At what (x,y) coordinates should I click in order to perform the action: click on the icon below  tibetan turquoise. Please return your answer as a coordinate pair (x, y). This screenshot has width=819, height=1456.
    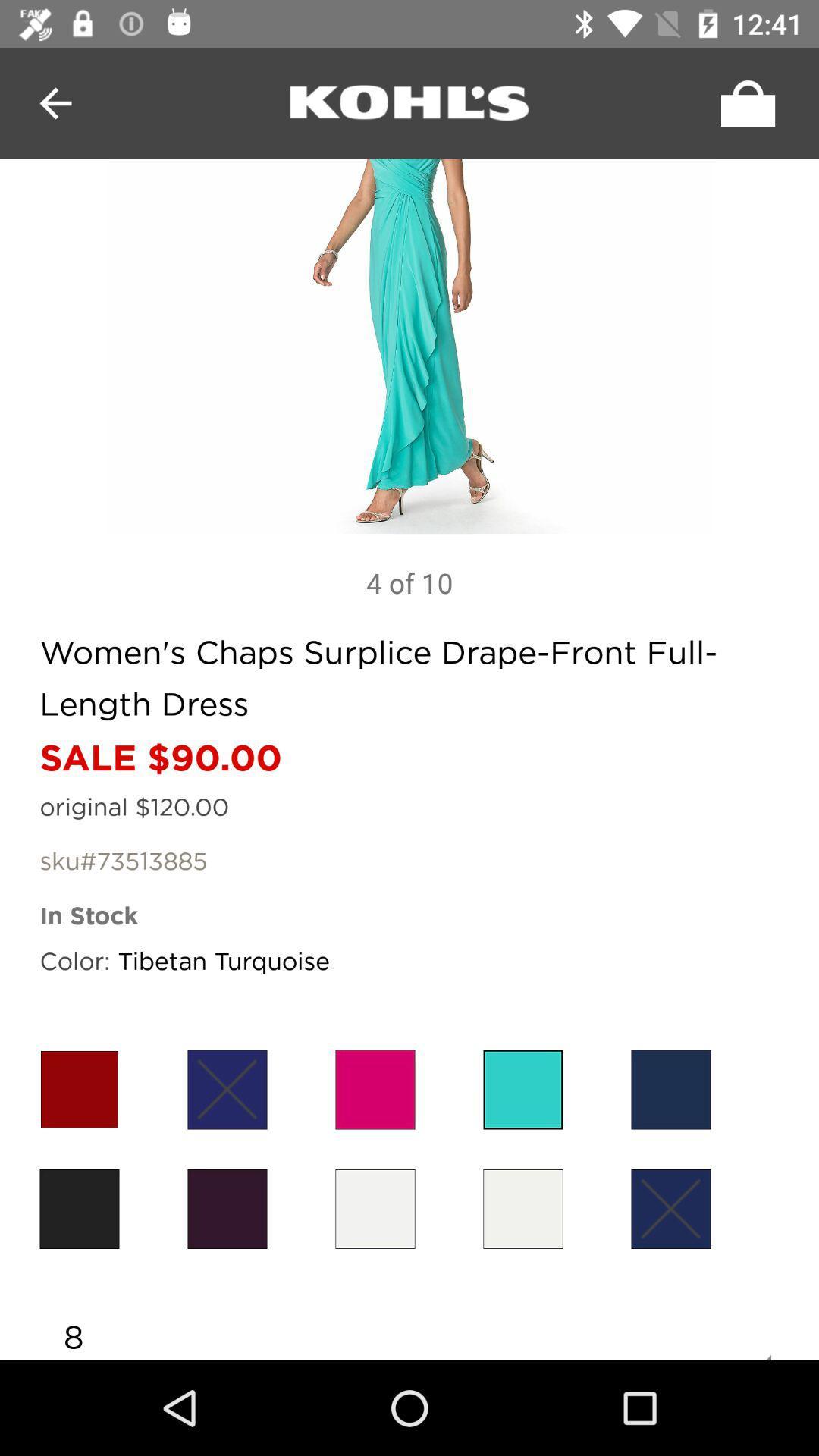
    Looking at the image, I should click on (375, 1088).